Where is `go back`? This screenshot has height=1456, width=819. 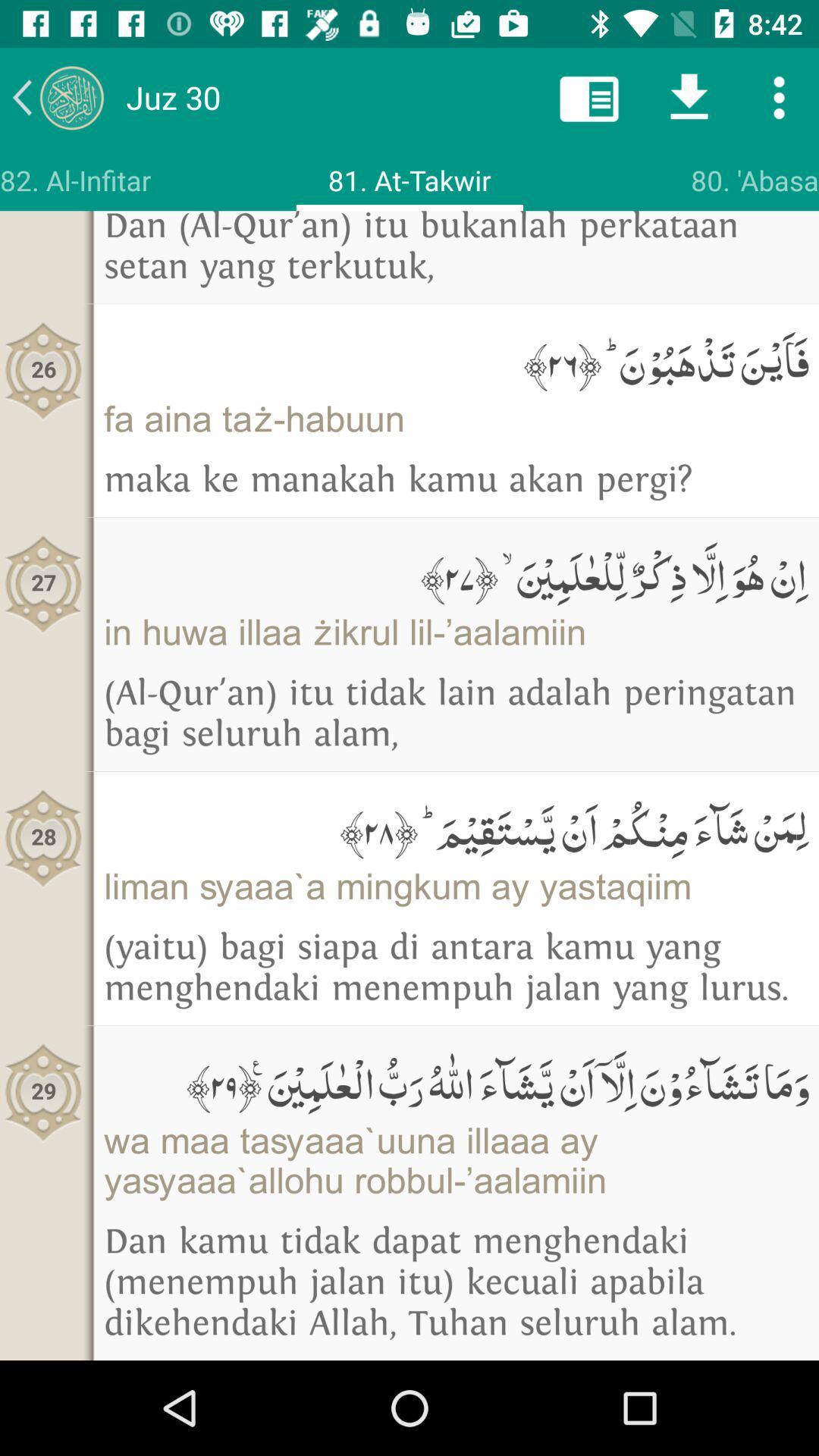 go back is located at coordinates (57, 96).